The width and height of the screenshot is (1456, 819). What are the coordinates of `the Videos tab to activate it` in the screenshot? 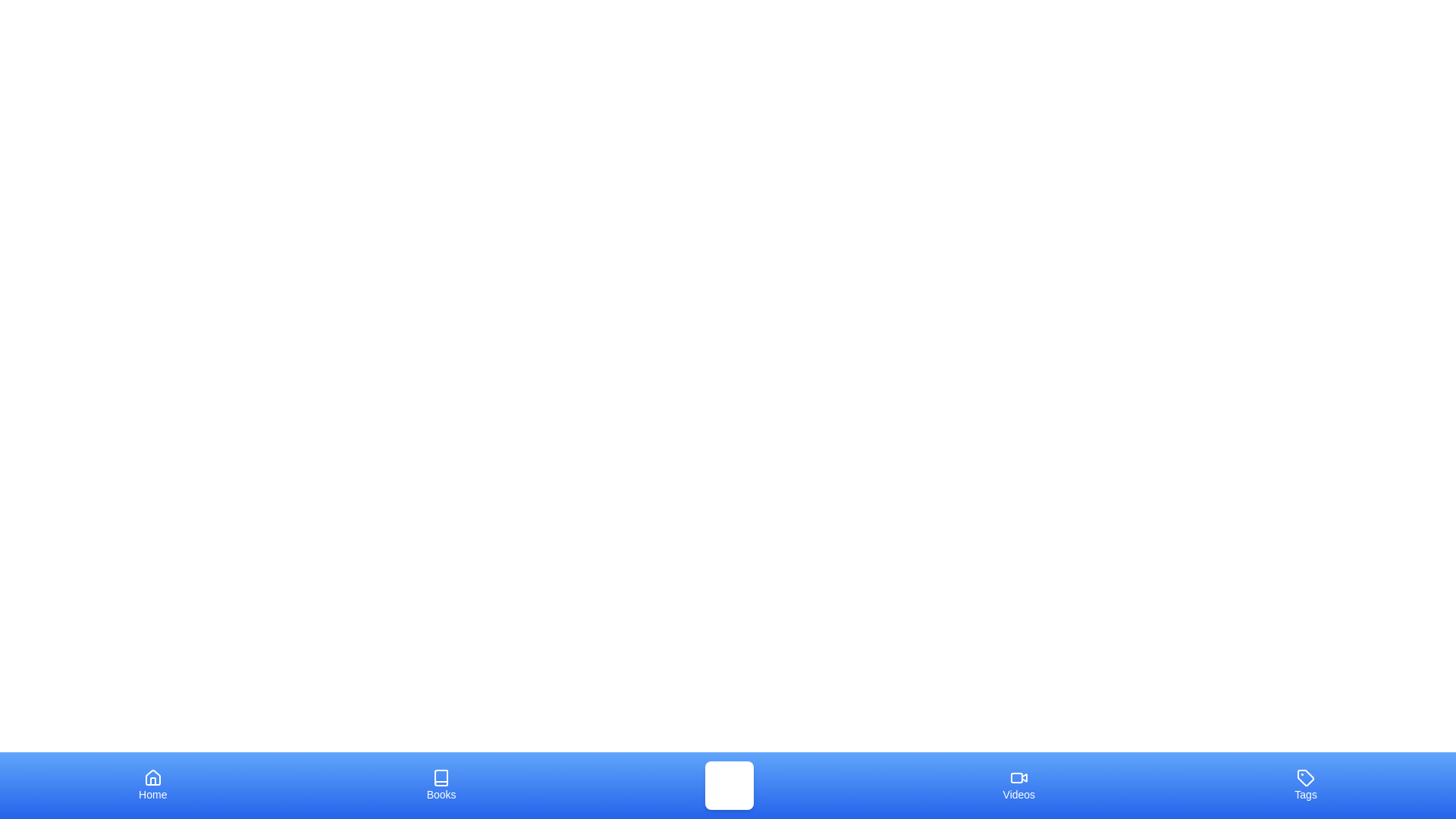 It's located at (1018, 785).